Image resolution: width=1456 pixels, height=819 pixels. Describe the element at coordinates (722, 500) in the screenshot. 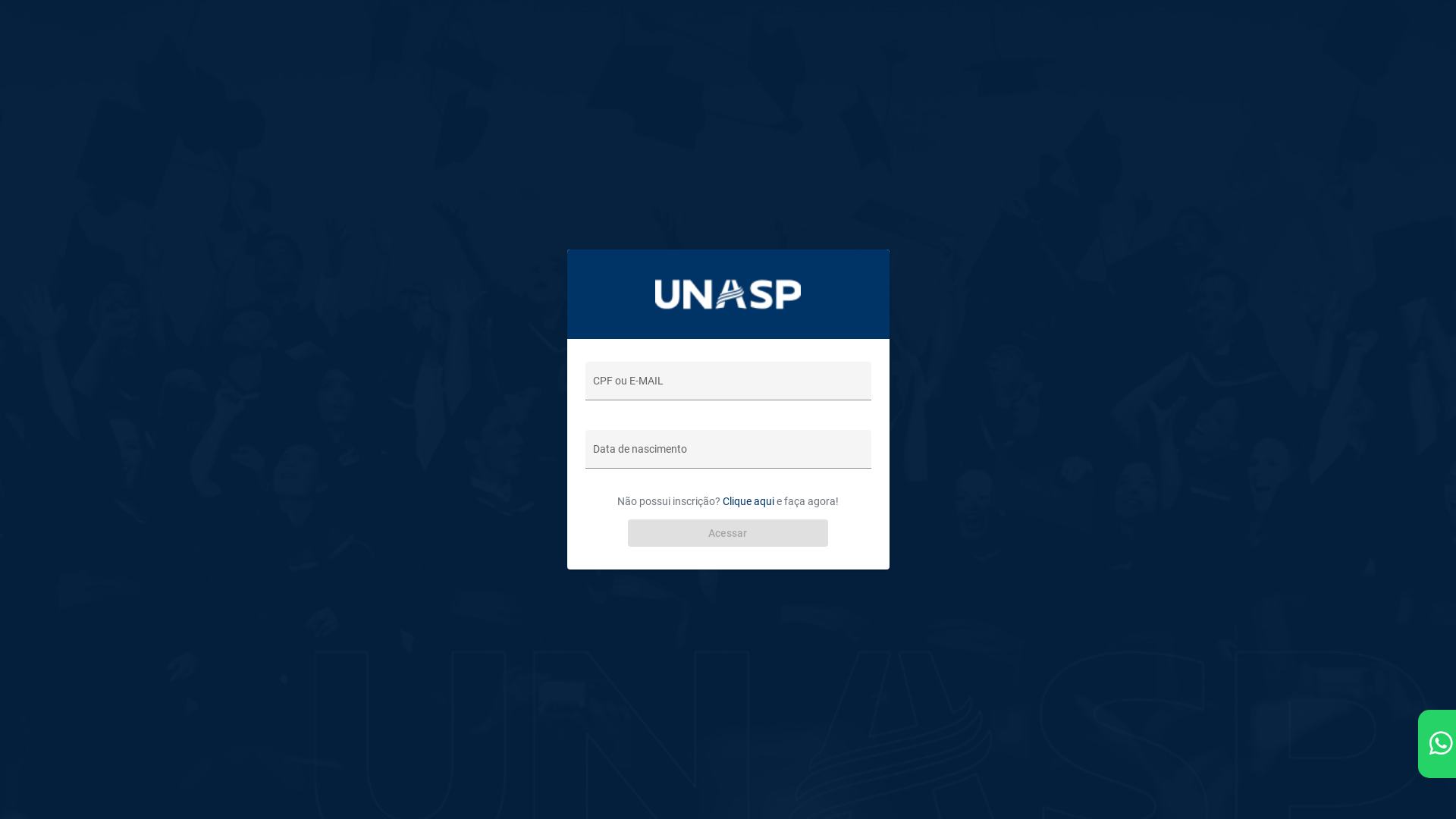

I see `'Clique aqui'` at that location.